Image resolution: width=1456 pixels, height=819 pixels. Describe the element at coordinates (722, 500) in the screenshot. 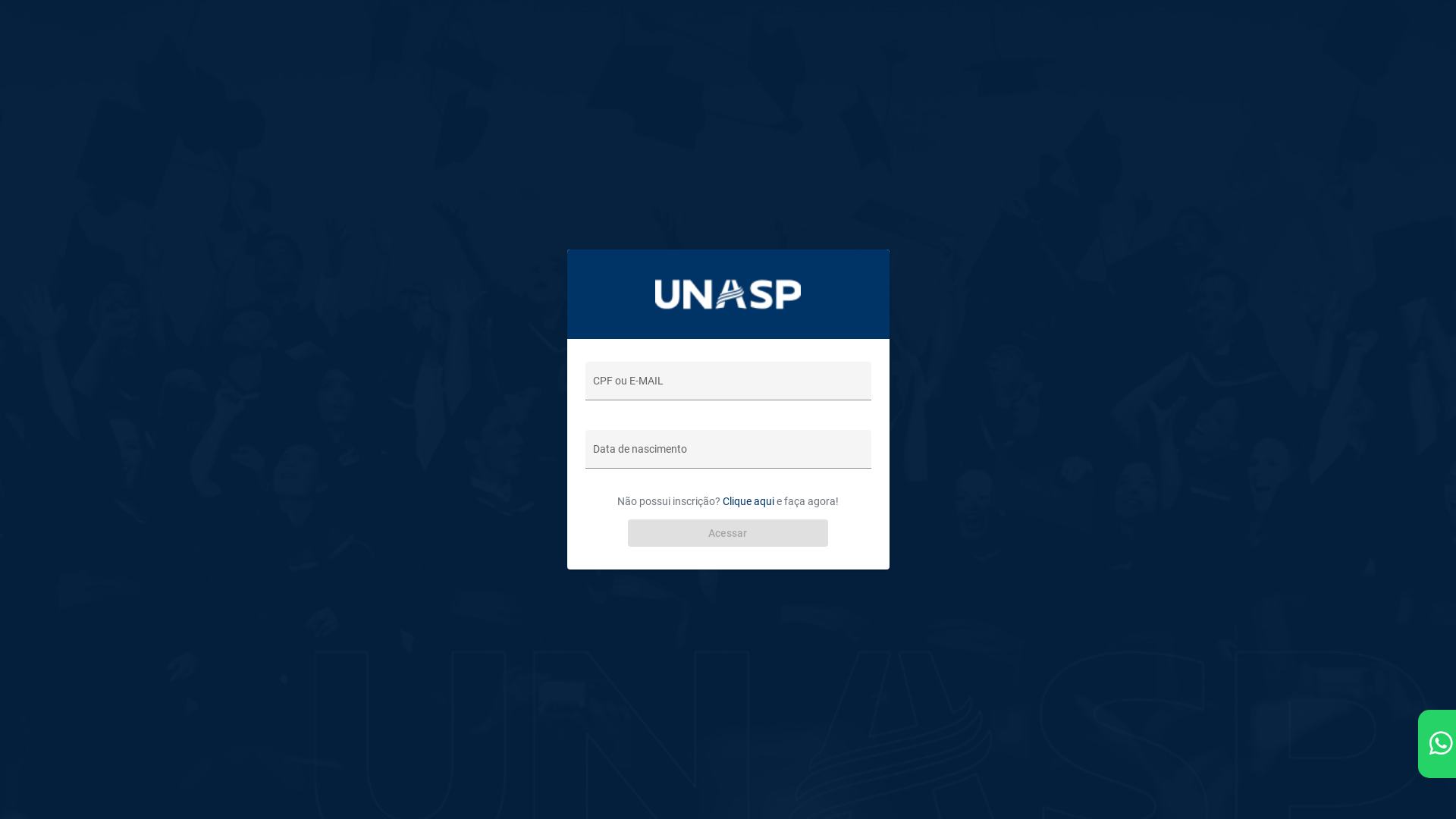

I see `'Clique aqui'` at that location.